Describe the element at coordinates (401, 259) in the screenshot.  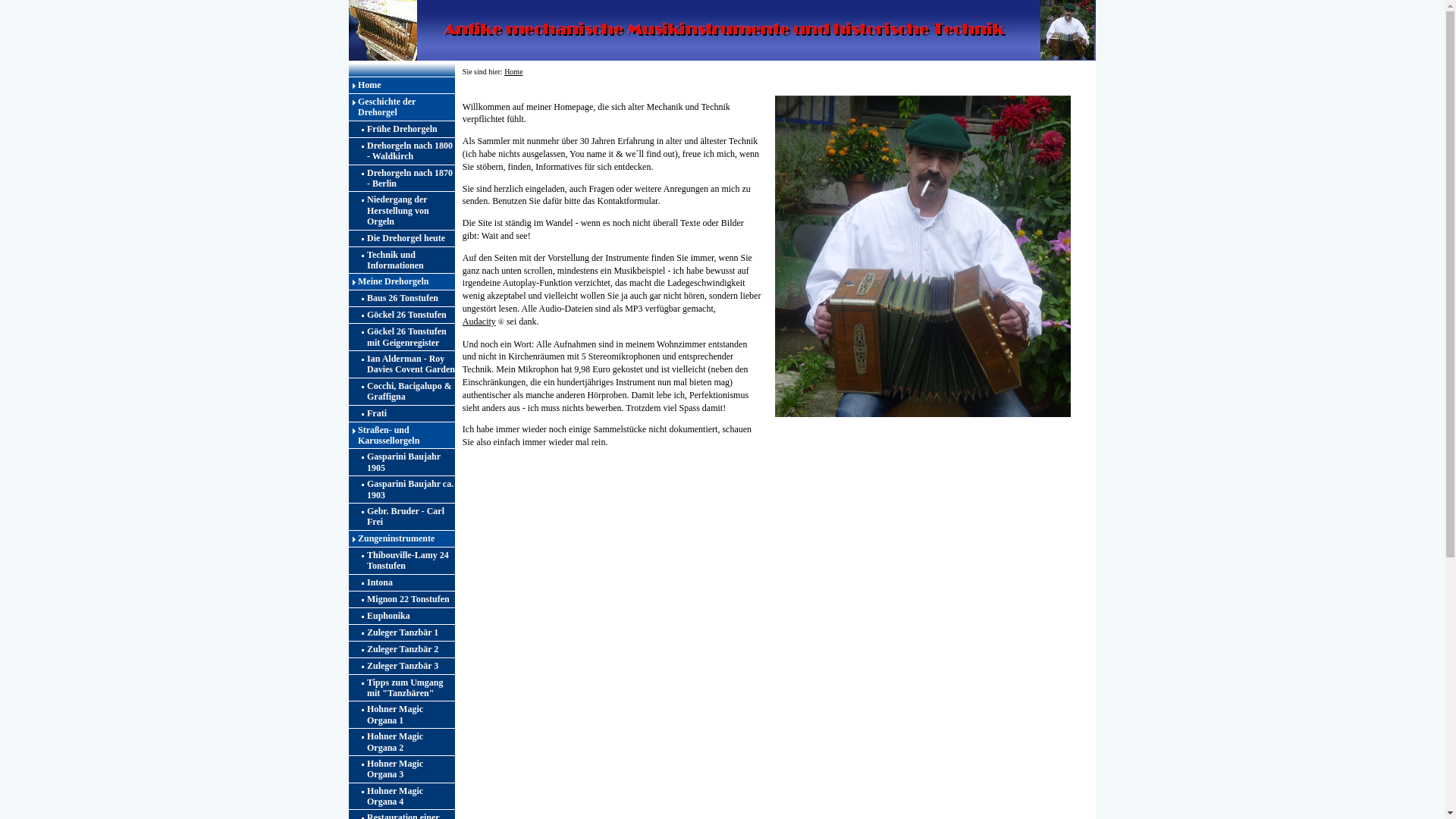
I see `'Technik und Informationen'` at that location.